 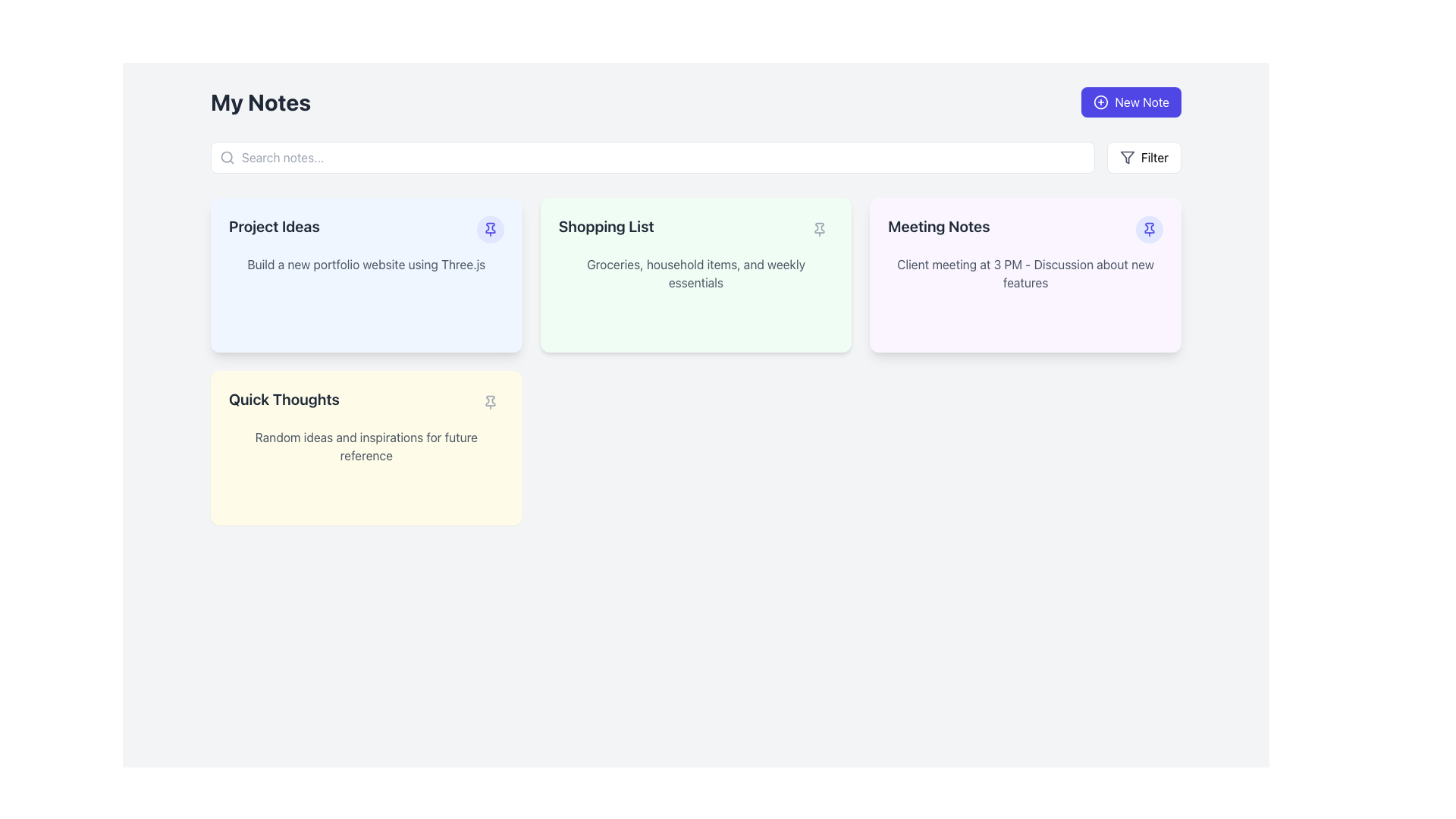 What do you see at coordinates (1127, 158) in the screenshot?
I see `the filter icon located at the far right side of the toolbar area, inside a button with rounded corners, to invoke the filter function` at bounding box center [1127, 158].